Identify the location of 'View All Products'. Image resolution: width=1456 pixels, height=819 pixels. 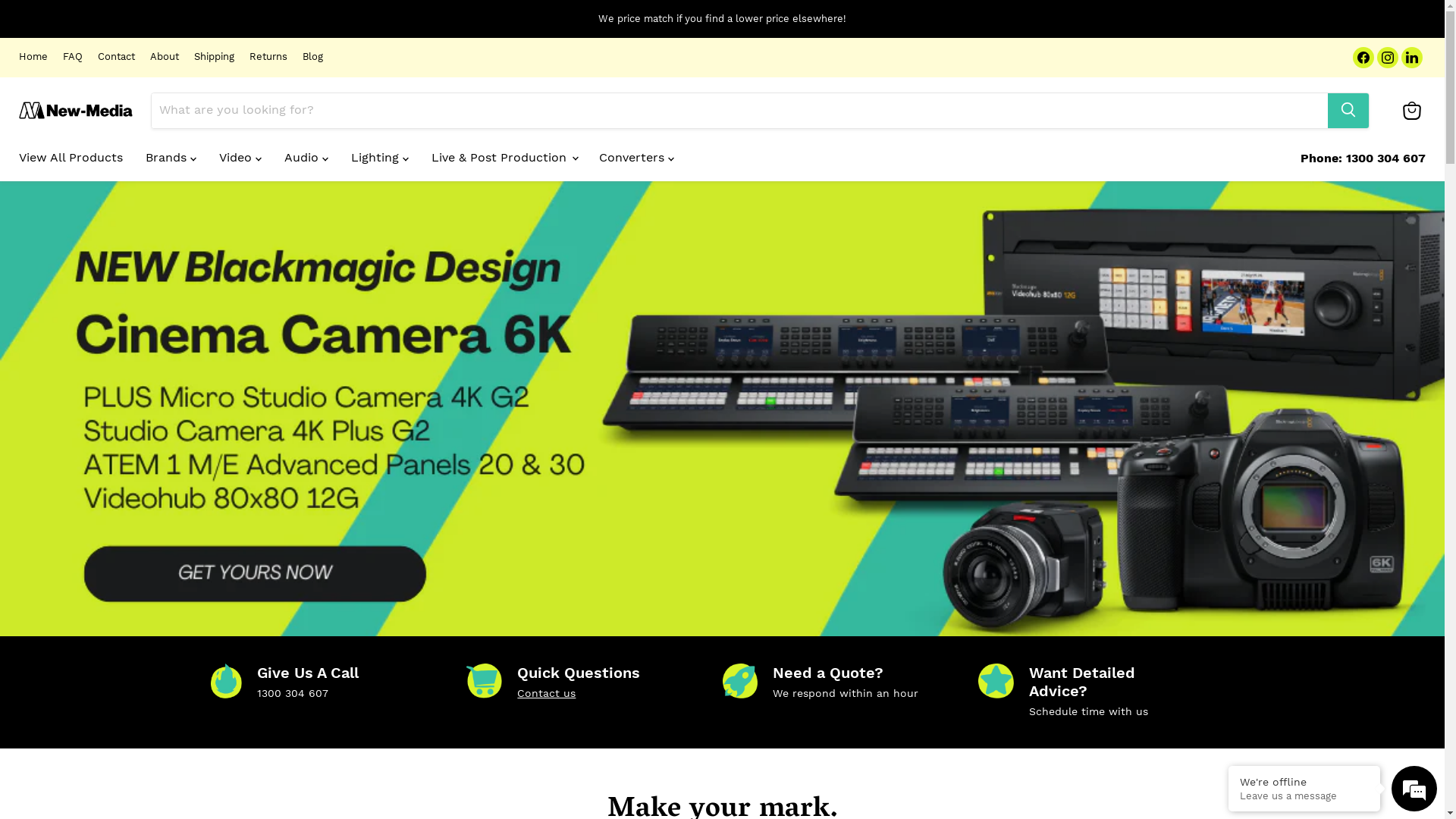
(70, 157).